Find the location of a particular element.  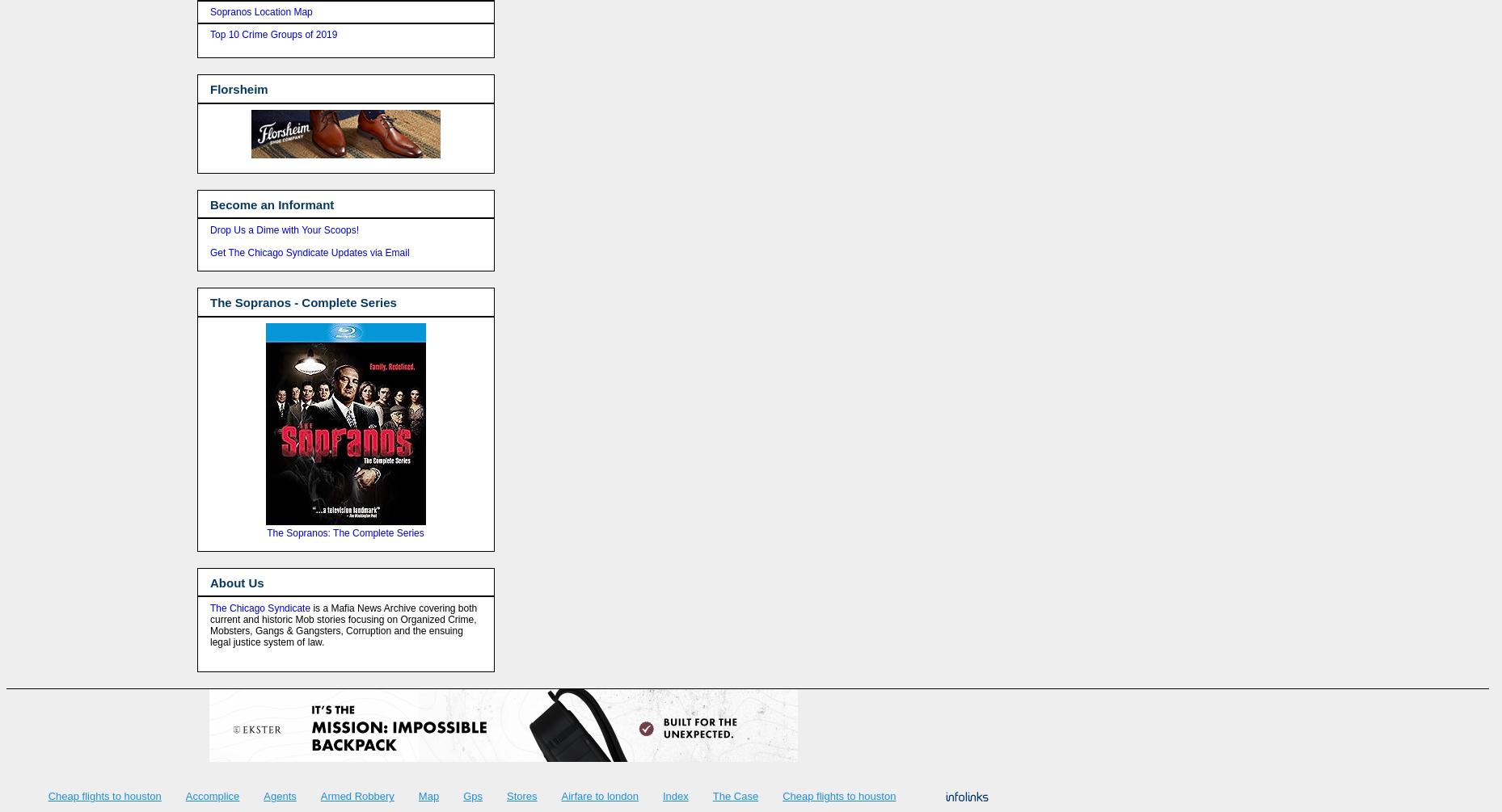

'Stores' is located at coordinates (520, 795).